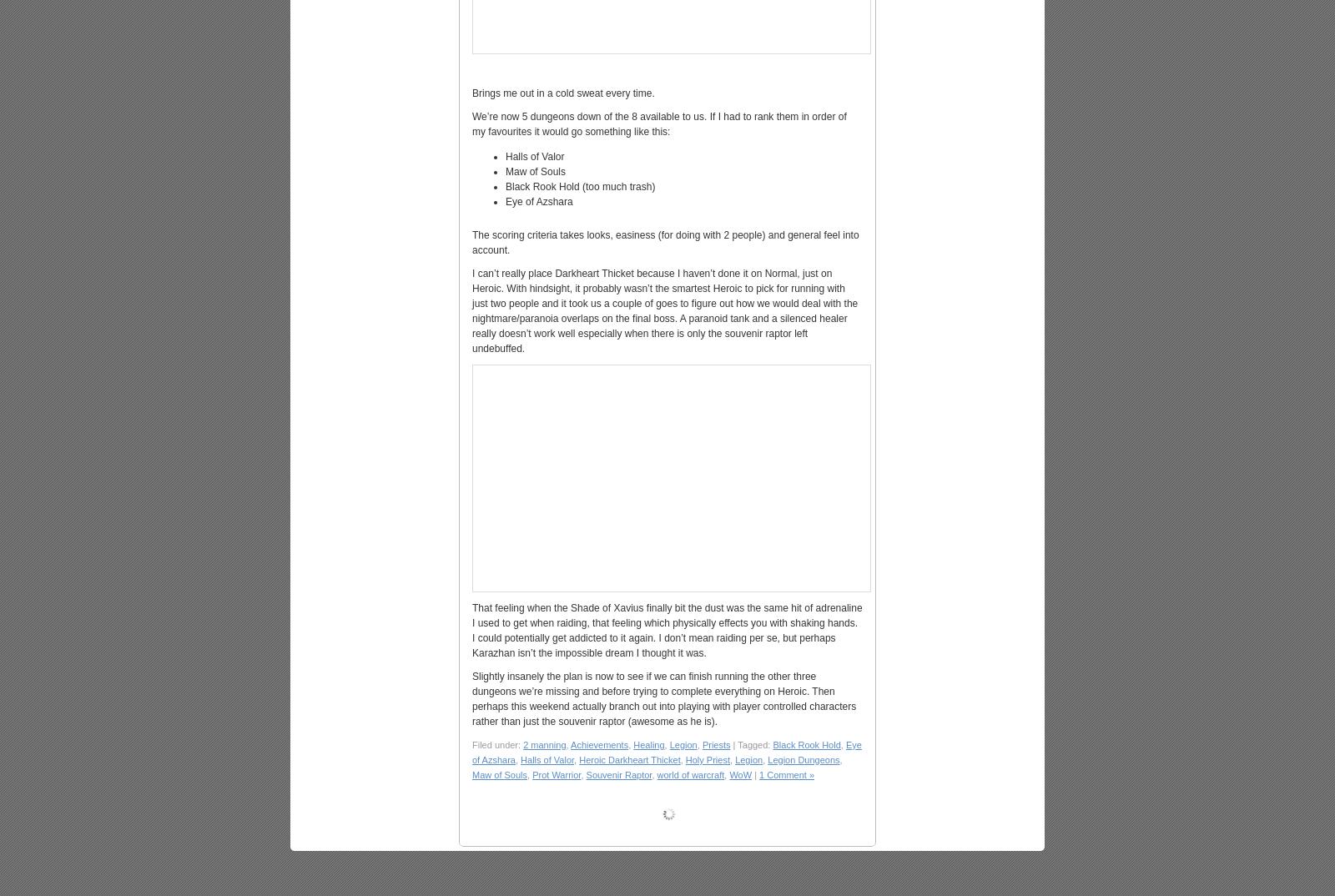  Describe the element at coordinates (664, 310) in the screenshot. I see `'I can’t really place Darkheart Thicket because I haven’t done it on Normal, just on Heroic. With hindsight, it probably wasn’t the smartest Heroic to pick for running with just two people and it took us a couple of goes to figure out how we would deal with the nightmare/paranoia overlaps on the final boss. A paranoid tank and a silenced healer really doesn’t work well especially when there is only the souvenir raptor left undebuffed.'` at that location.